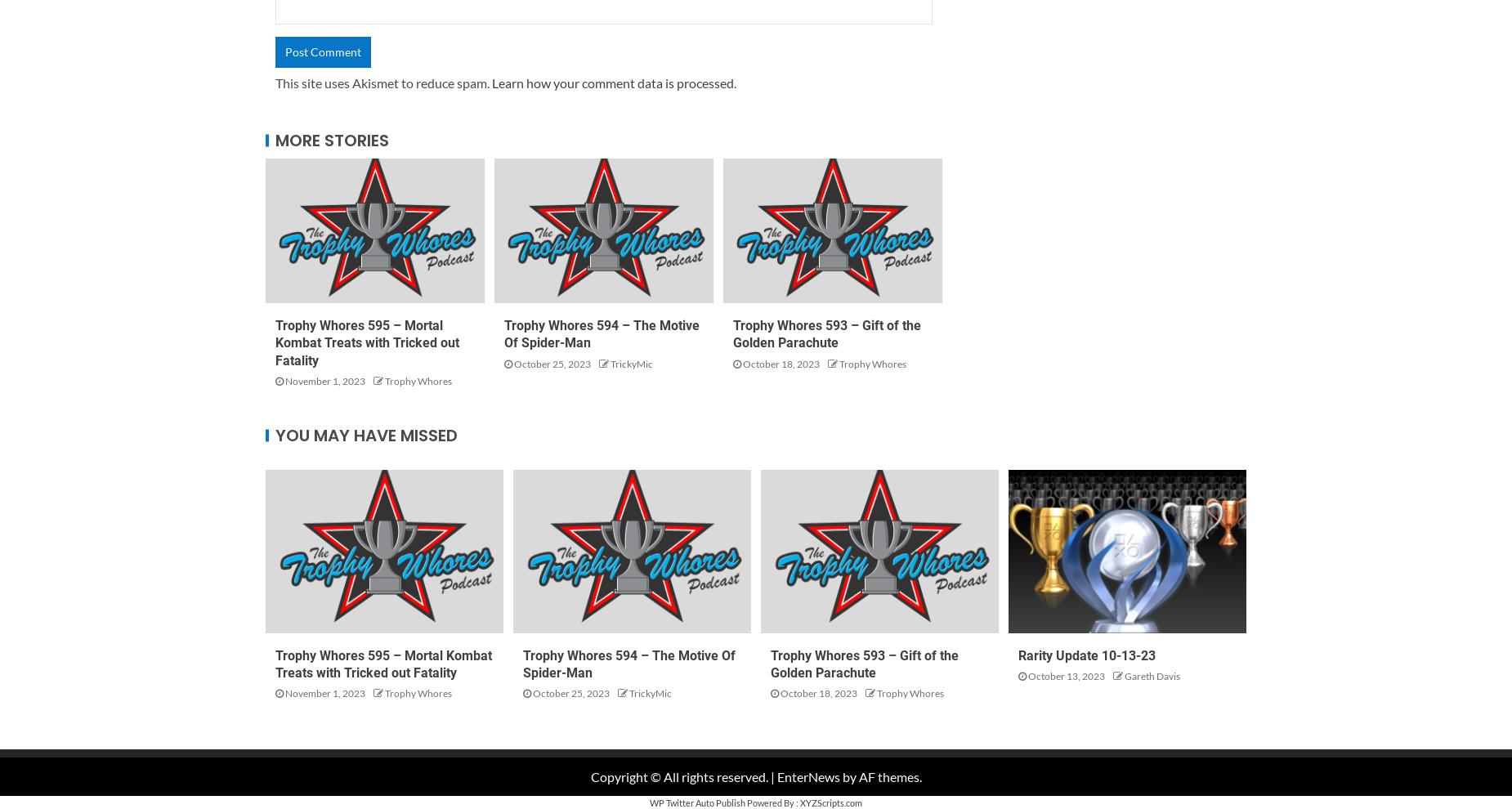 This screenshot has width=1512, height=809. Describe the element at coordinates (1065, 675) in the screenshot. I see `'October 13, 2023'` at that location.